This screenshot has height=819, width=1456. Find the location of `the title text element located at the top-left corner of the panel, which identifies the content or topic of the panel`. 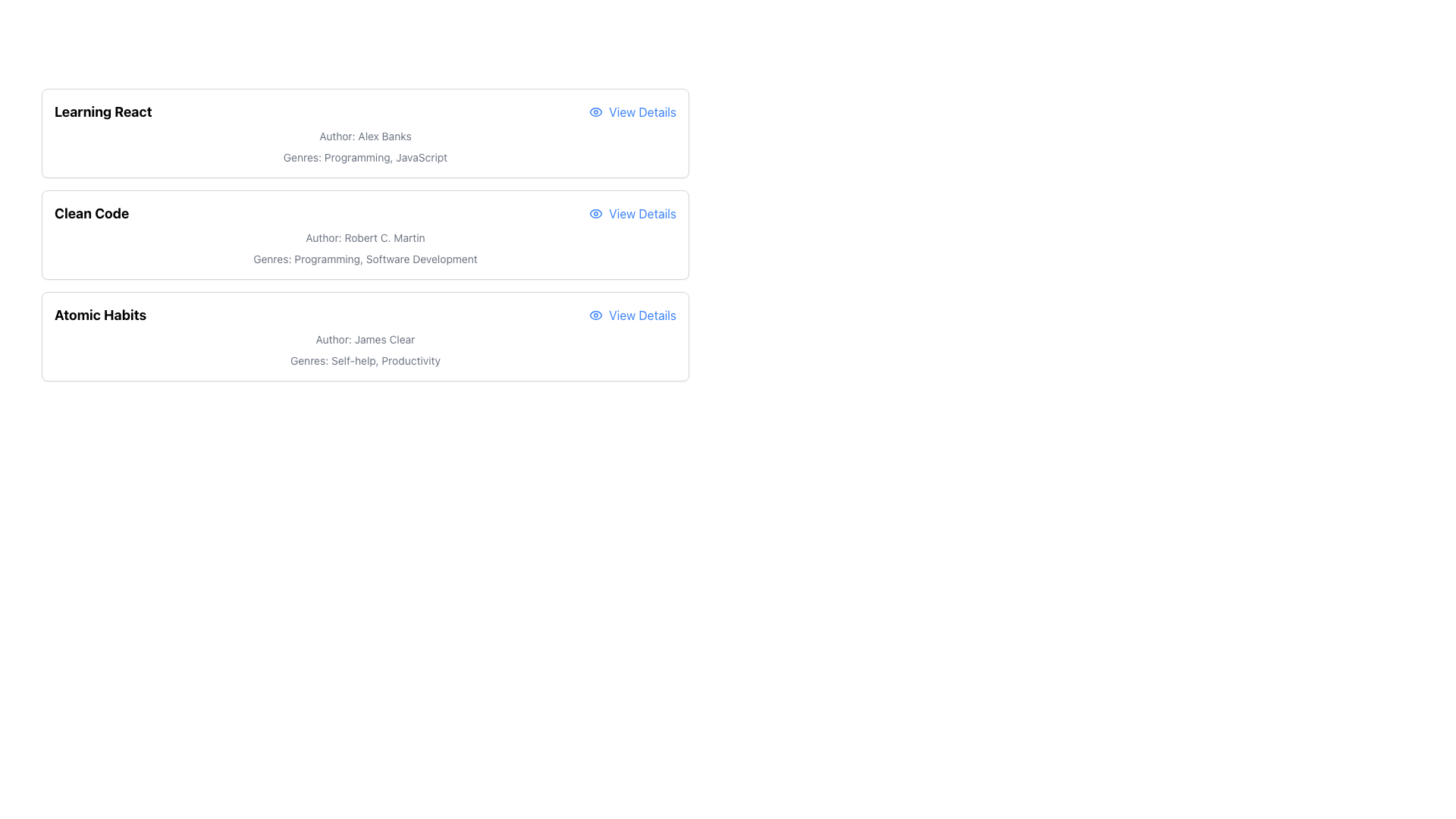

the title text element located at the top-left corner of the panel, which identifies the content or topic of the panel is located at coordinates (102, 111).